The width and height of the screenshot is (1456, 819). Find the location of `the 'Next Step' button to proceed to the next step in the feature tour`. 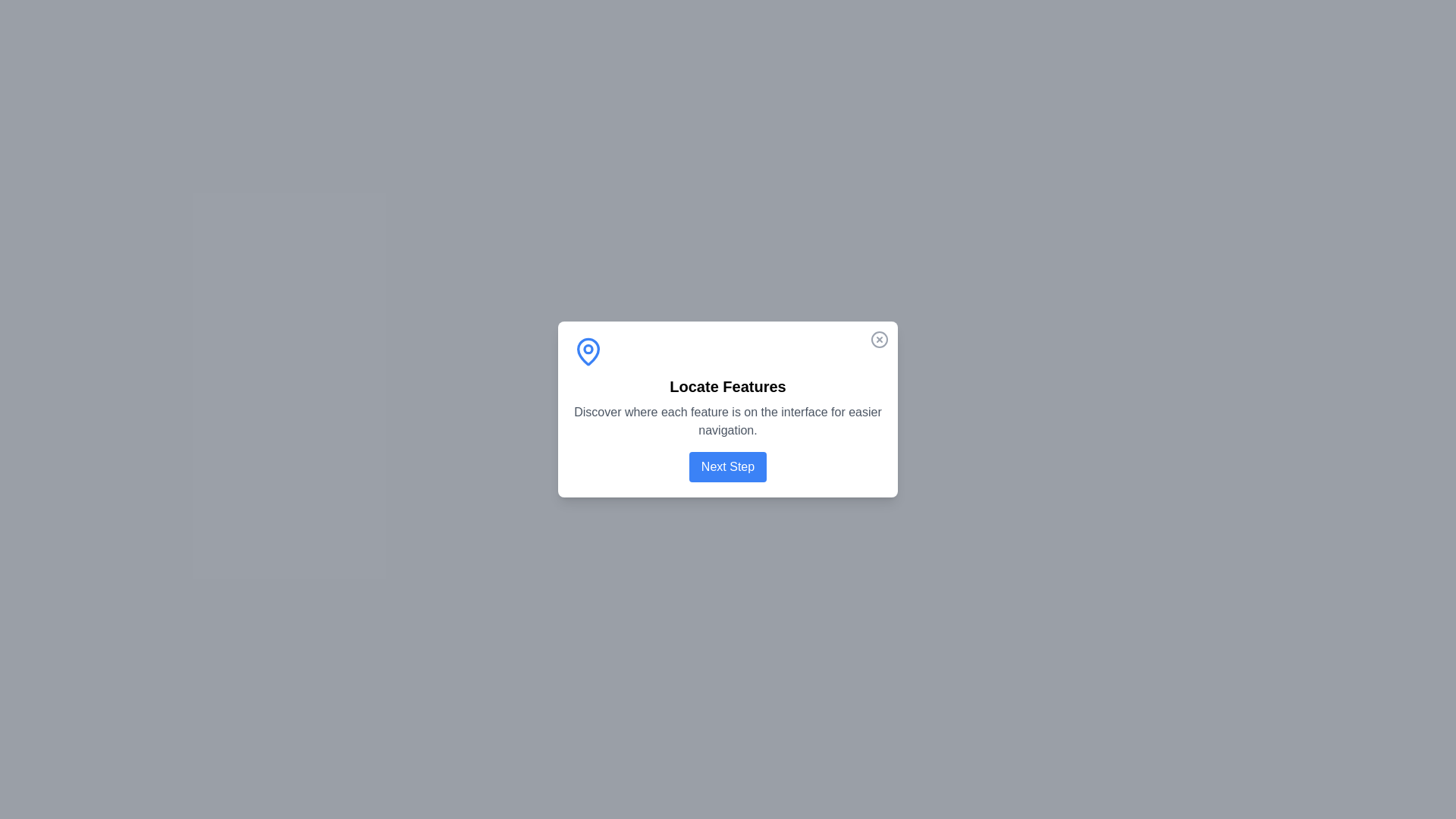

the 'Next Step' button to proceed to the next step in the feature tour is located at coordinates (728, 466).